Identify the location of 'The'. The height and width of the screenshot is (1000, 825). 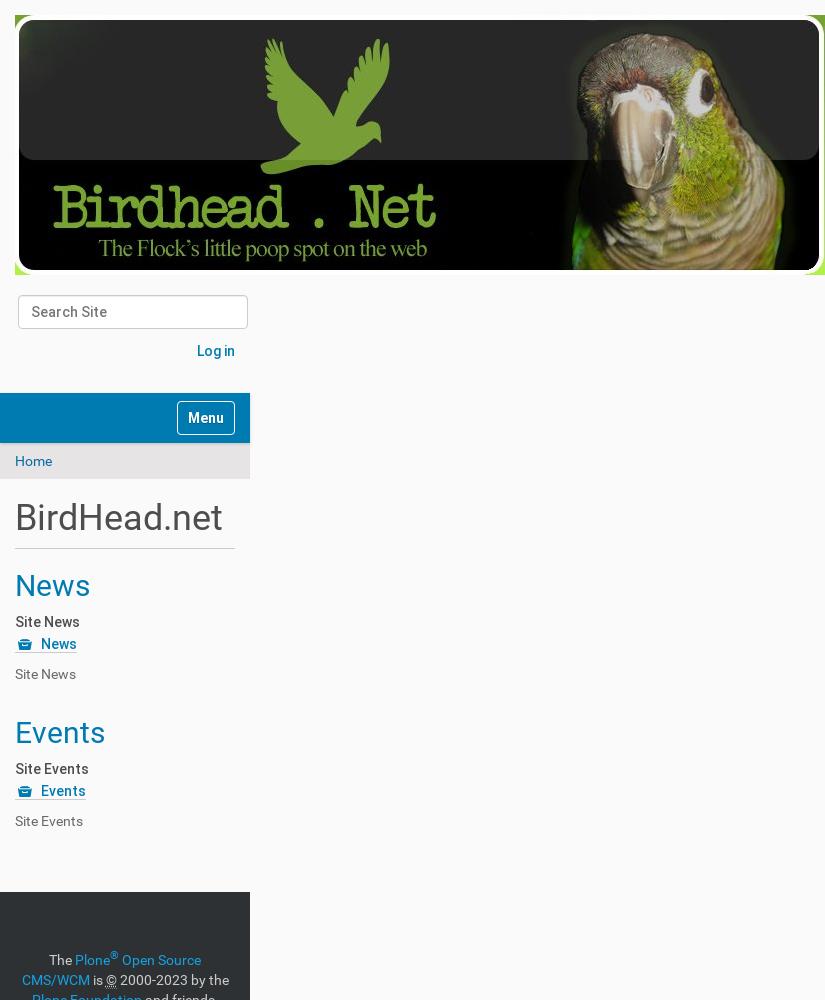
(62, 958).